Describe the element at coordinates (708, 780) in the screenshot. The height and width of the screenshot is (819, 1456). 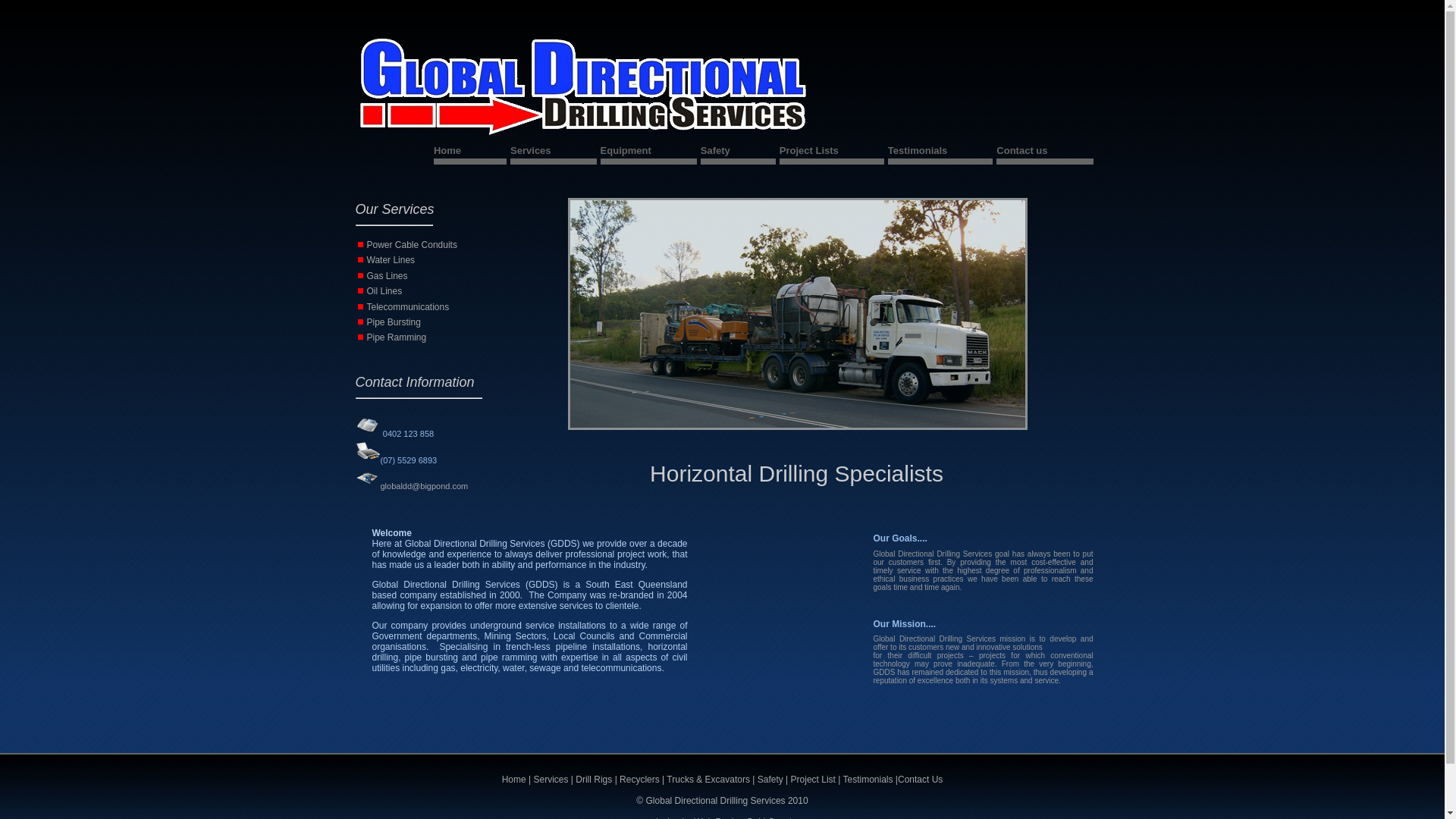
I see `'Trucks & Excavators'` at that location.